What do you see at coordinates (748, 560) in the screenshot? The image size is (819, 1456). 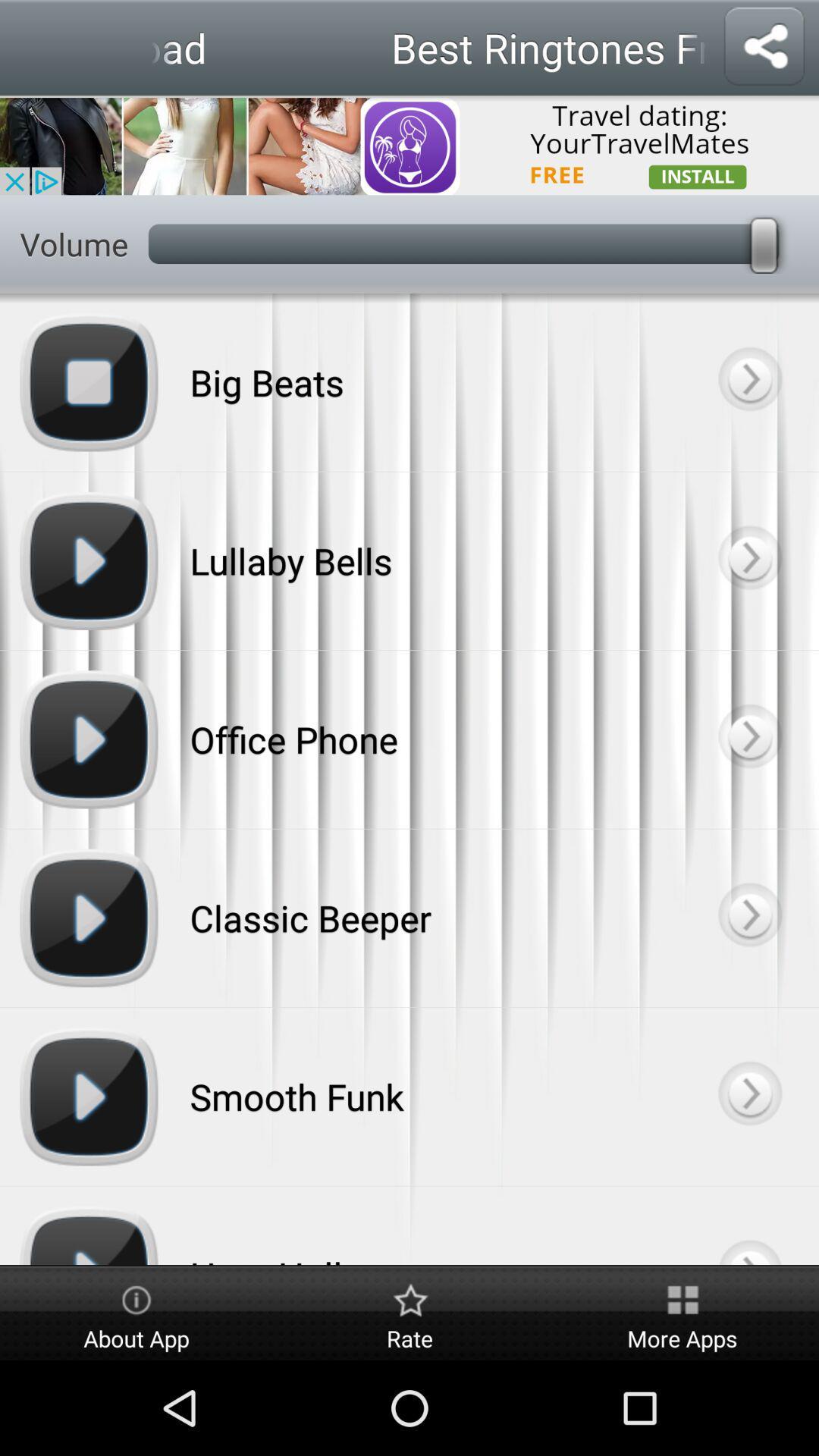 I see `next option` at bounding box center [748, 560].